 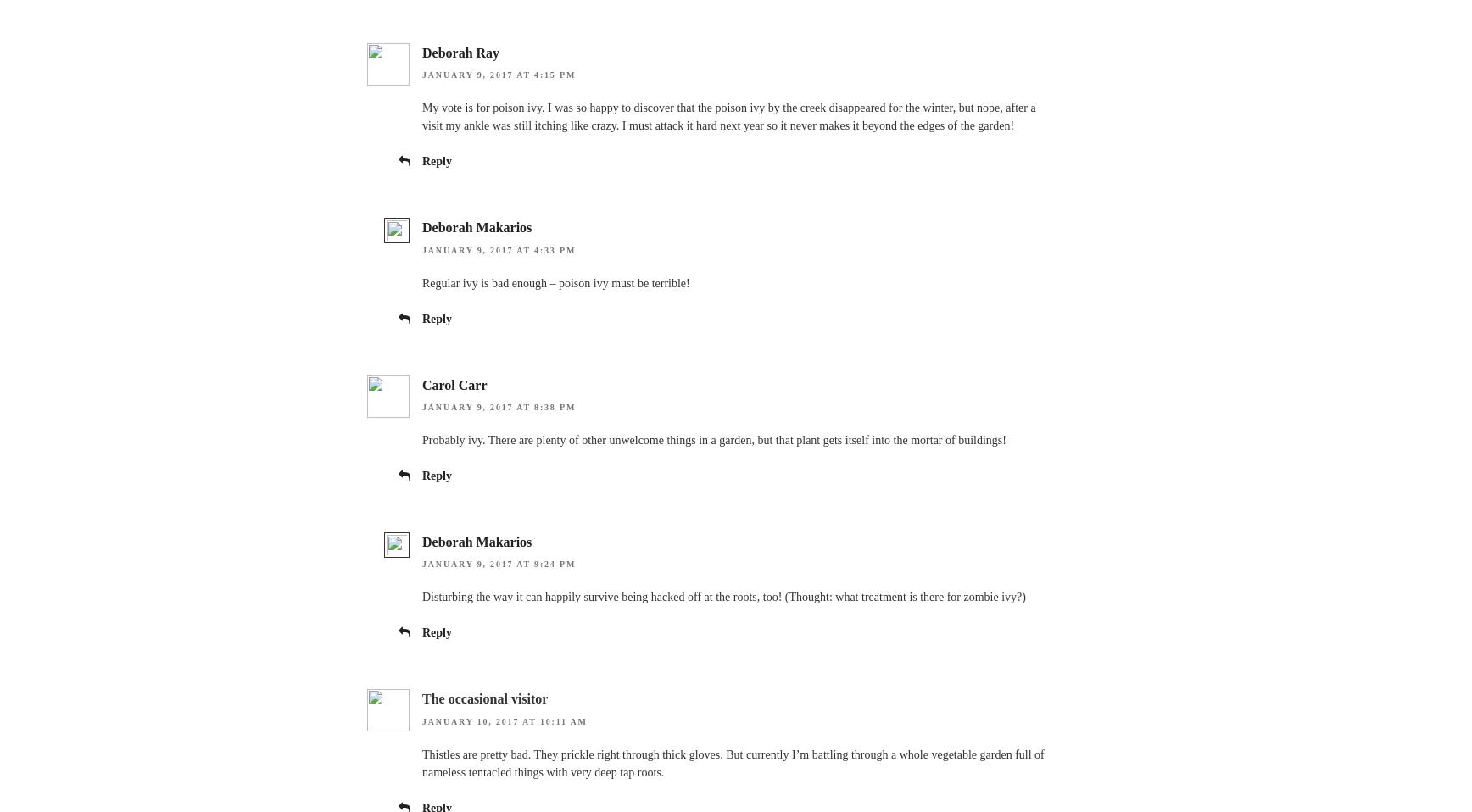 I want to click on 'Regular ivy is bad enough – poison ivy must be terrible!', so click(x=555, y=281).